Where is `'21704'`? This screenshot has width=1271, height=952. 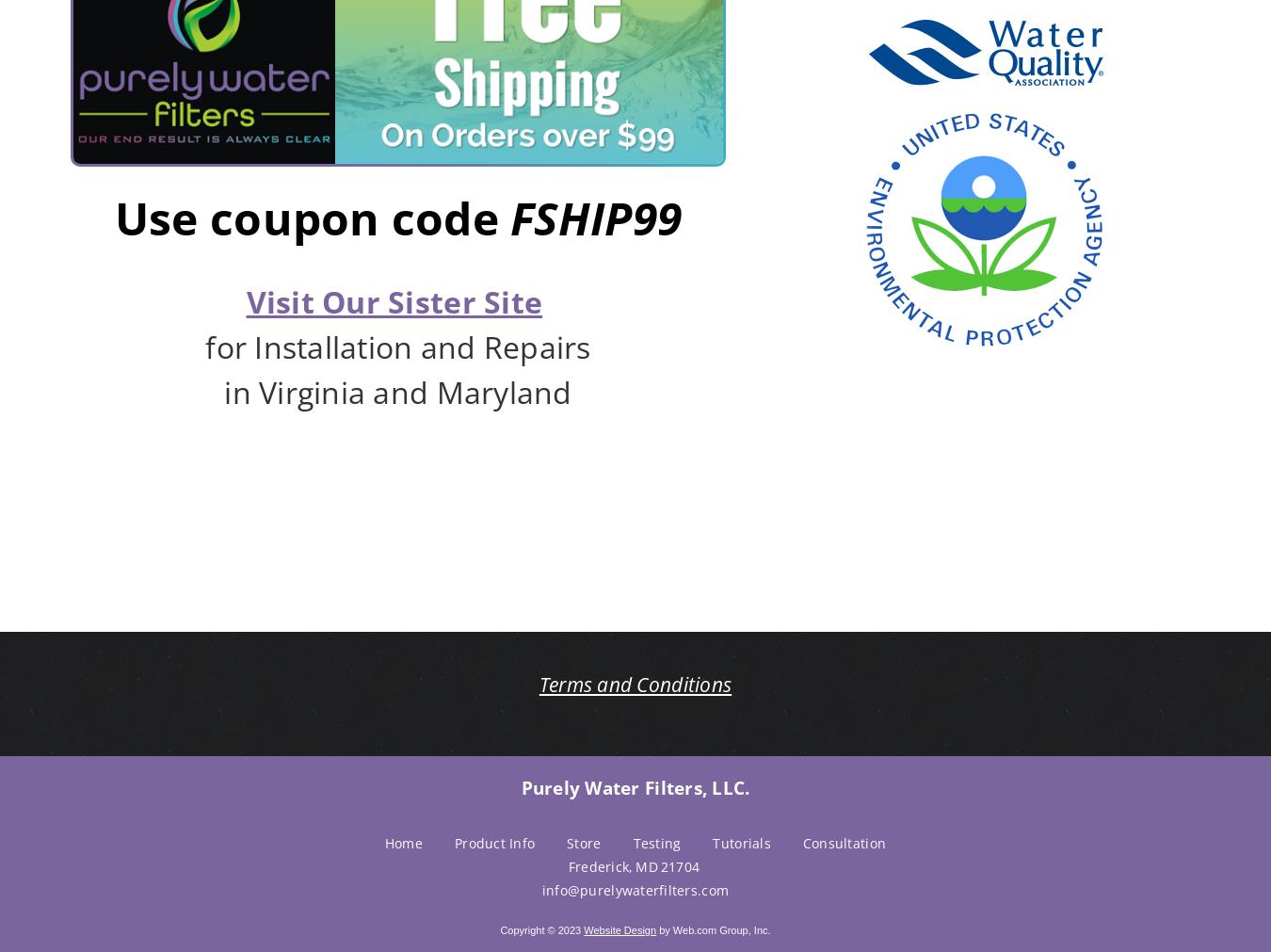
'21704' is located at coordinates (678, 865).